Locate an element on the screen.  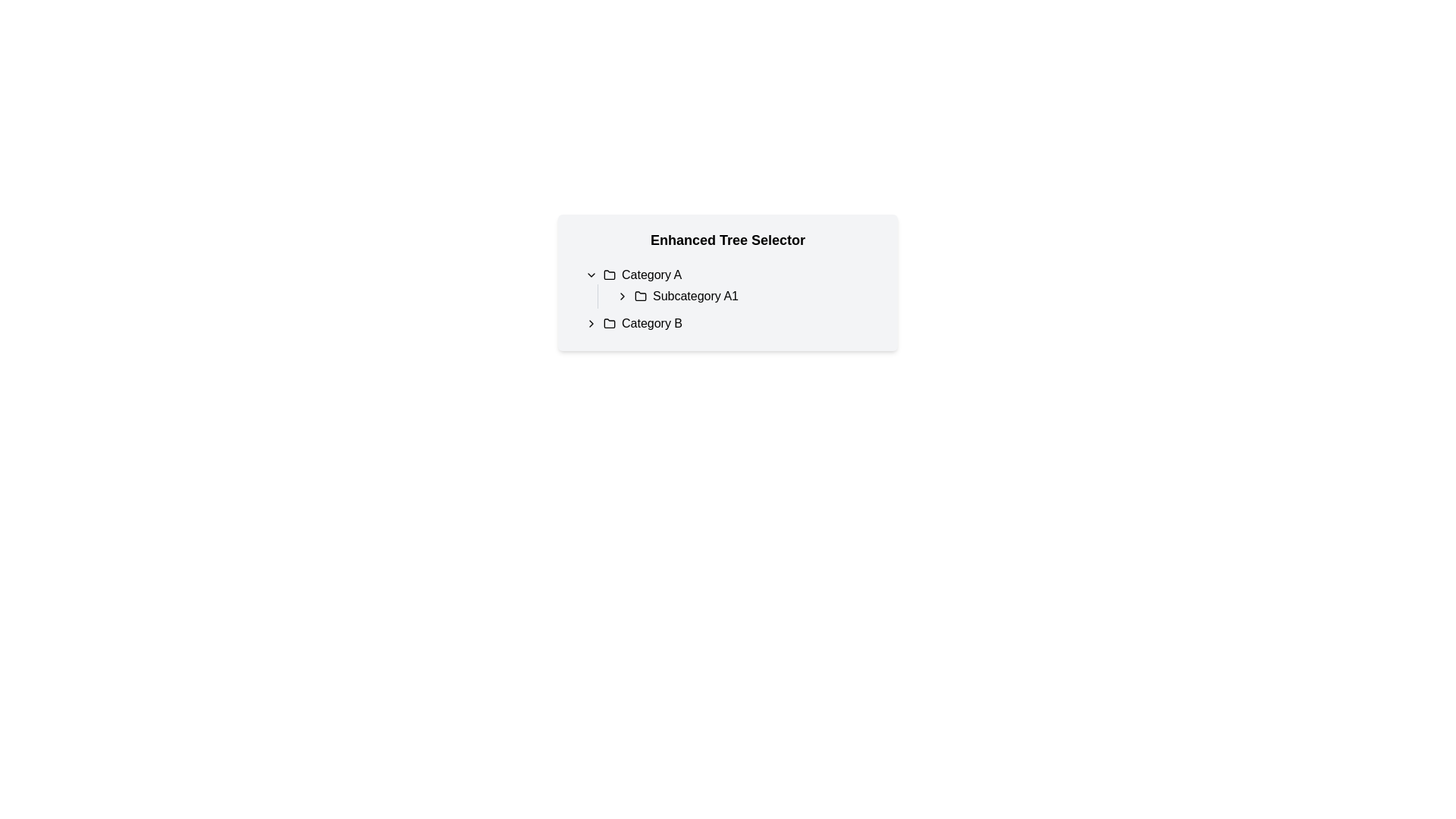
the folder icon located to the left of the text 'Category B' is located at coordinates (610, 323).